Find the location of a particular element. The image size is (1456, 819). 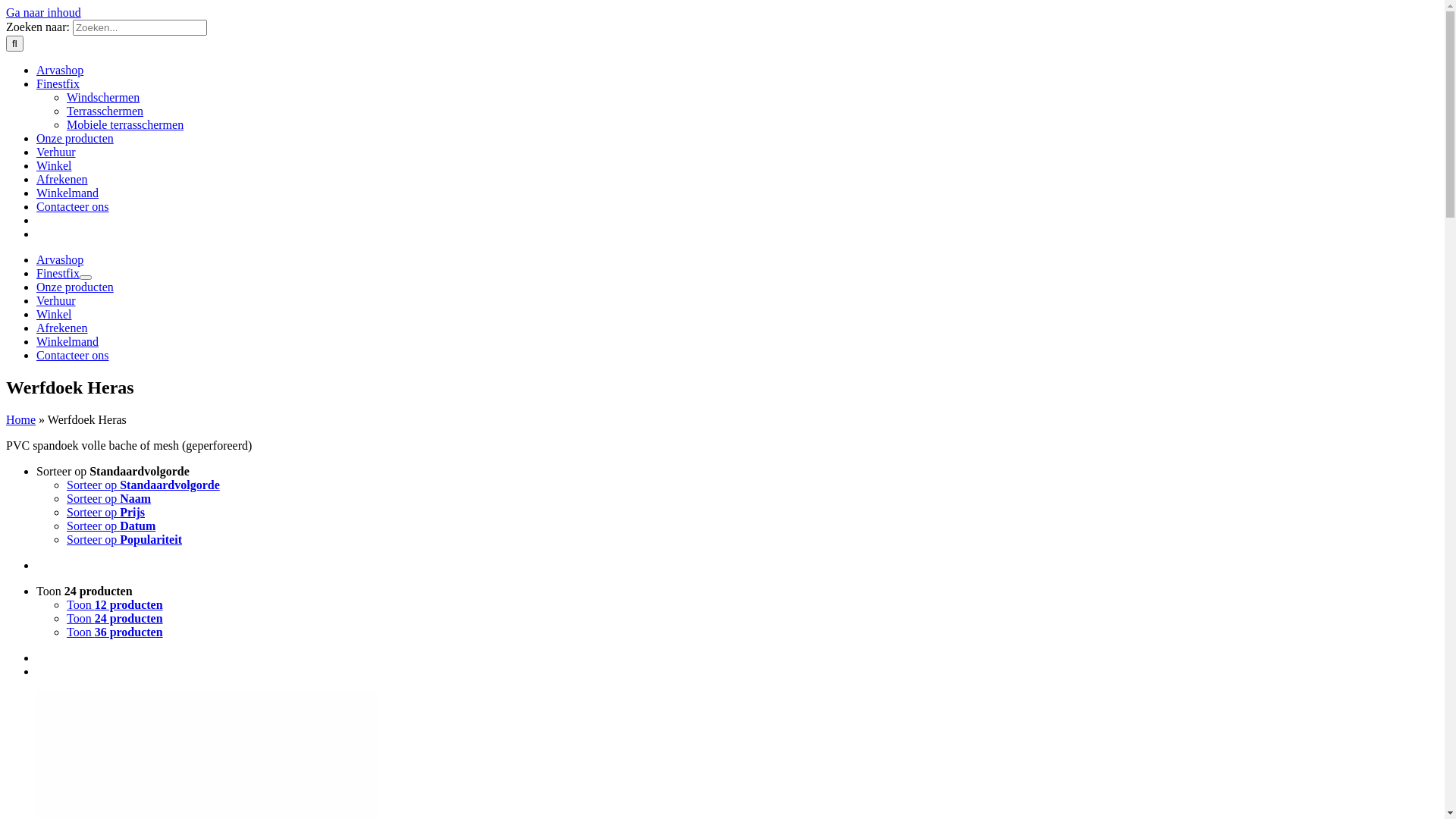

'Sorteer op Populariteit' is located at coordinates (124, 538).